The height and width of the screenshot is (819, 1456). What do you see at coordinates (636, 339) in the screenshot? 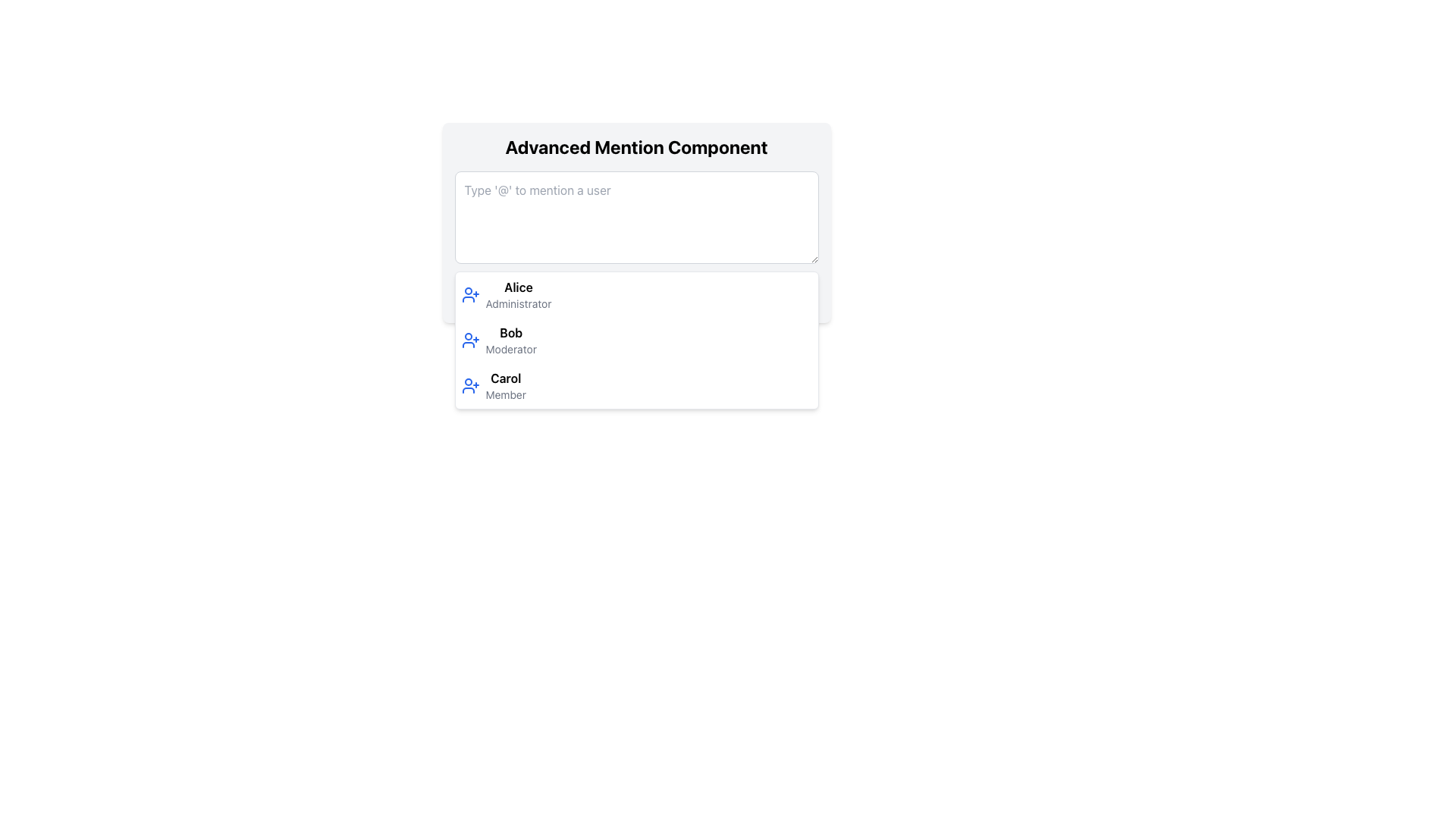
I see `the second user option 'Bob' in the dropdown menu` at bounding box center [636, 339].